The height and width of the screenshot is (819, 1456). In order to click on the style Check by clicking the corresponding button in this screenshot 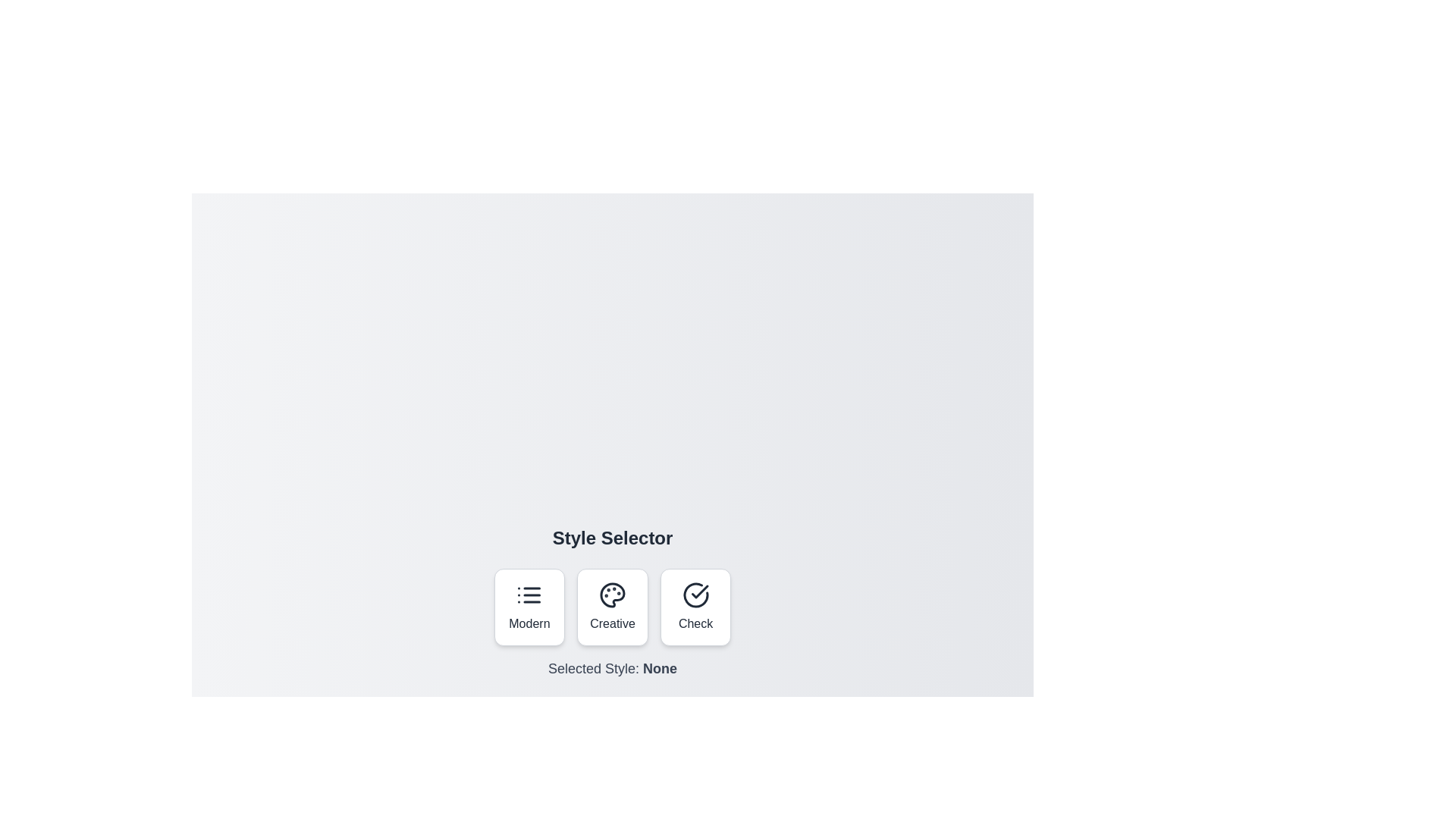, I will do `click(695, 607)`.